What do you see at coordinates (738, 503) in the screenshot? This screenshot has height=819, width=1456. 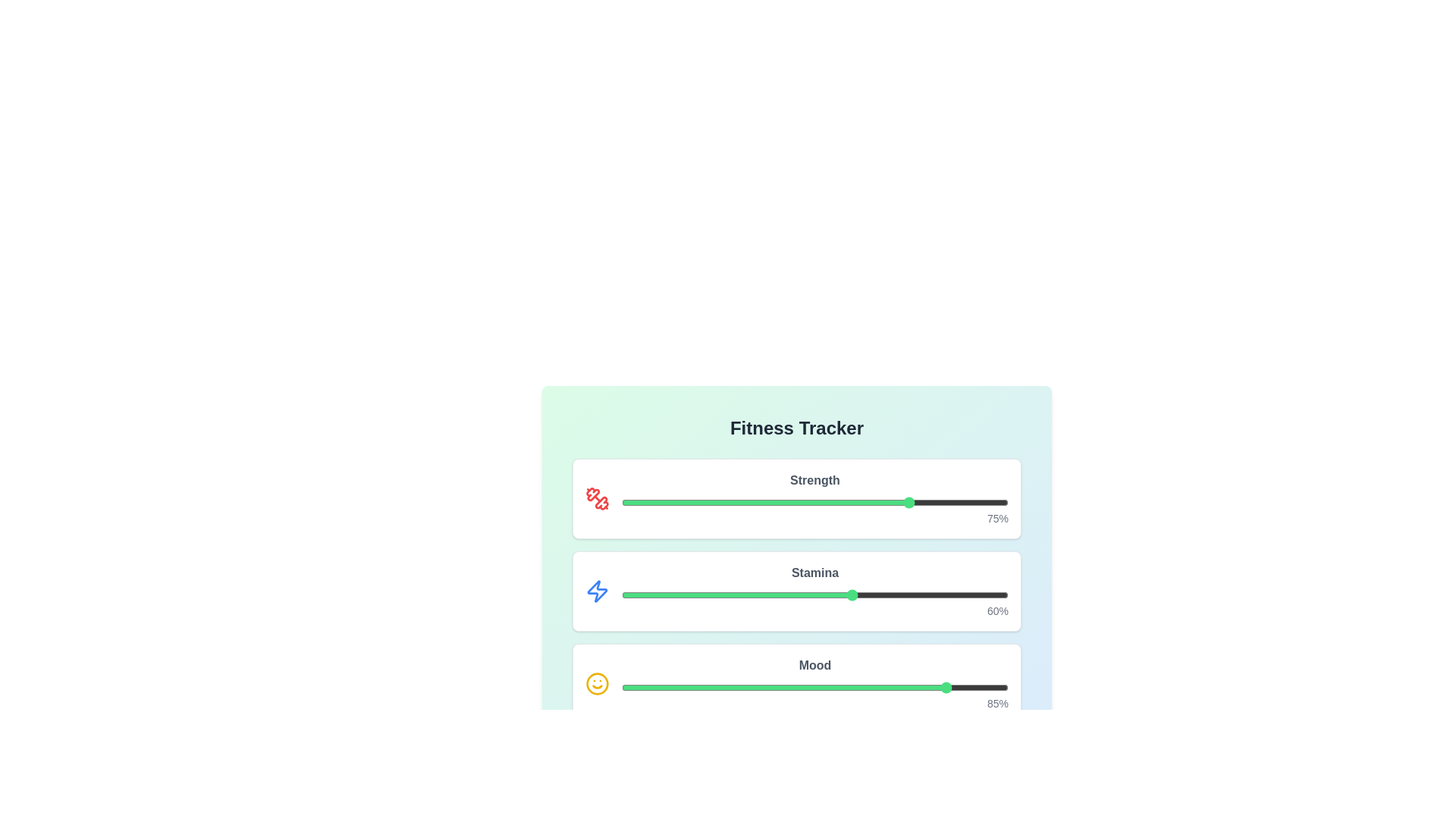 I see `the 'Strength' slider to 30 percent` at bounding box center [738, 503].